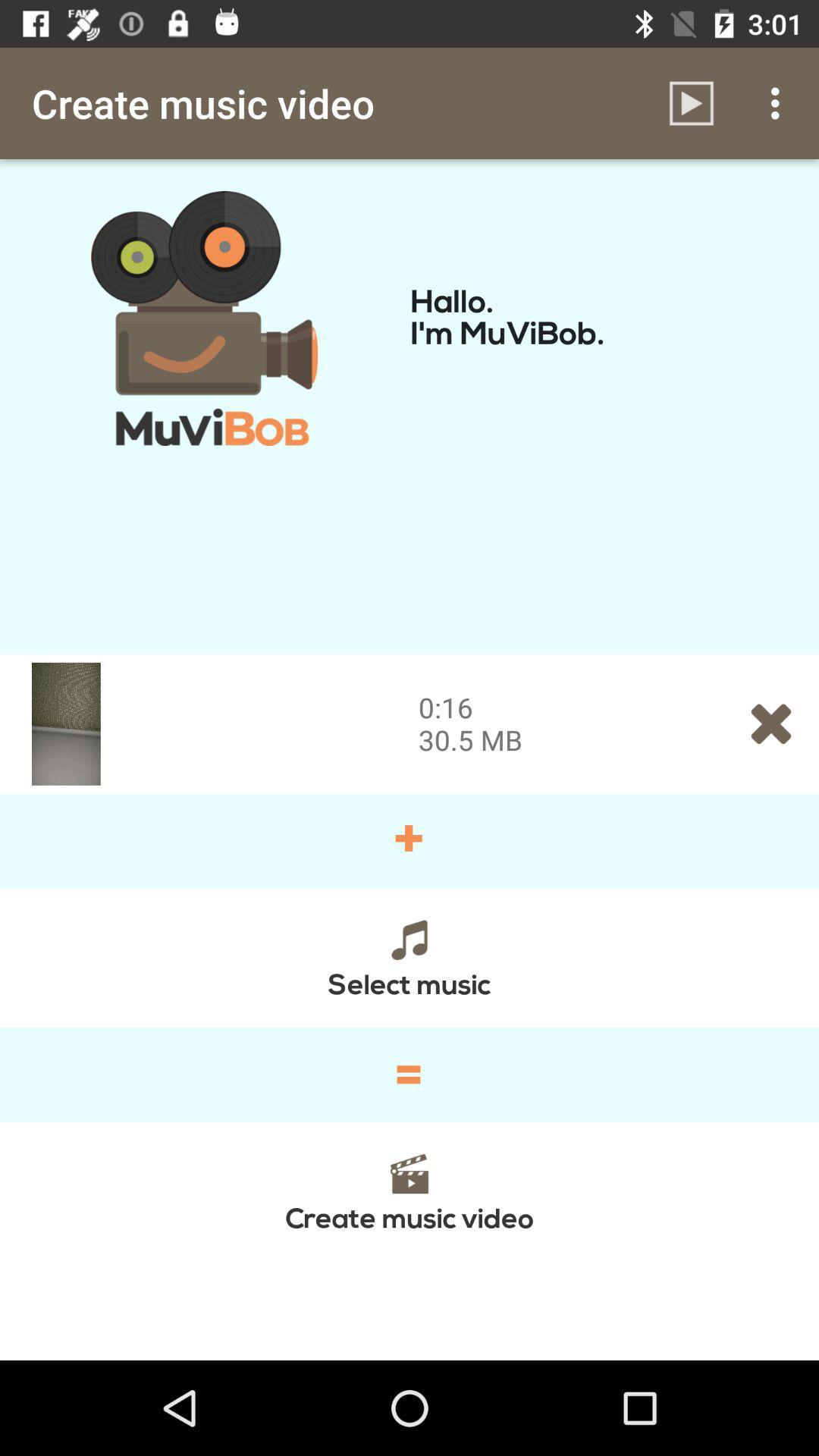 Image resolution: width=819 pixels, height=1456 pixels. Describe the element at coordinates (691, 102) in the screenshot. I see `icon to the right of create music video icon` at that location.